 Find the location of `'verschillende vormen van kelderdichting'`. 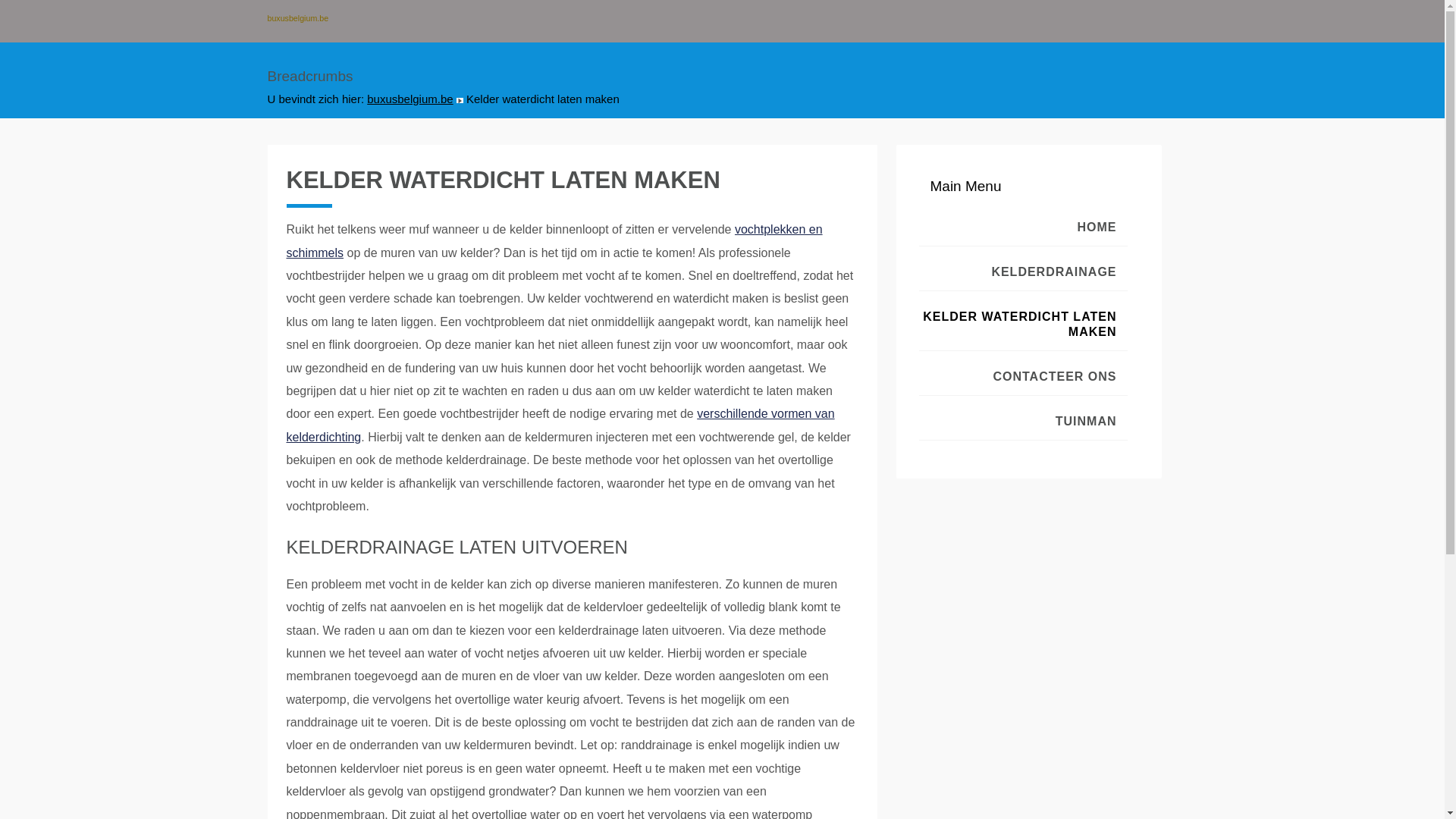

'verschillende vormen van kelderdichting' is located at coordinates (287, 425).